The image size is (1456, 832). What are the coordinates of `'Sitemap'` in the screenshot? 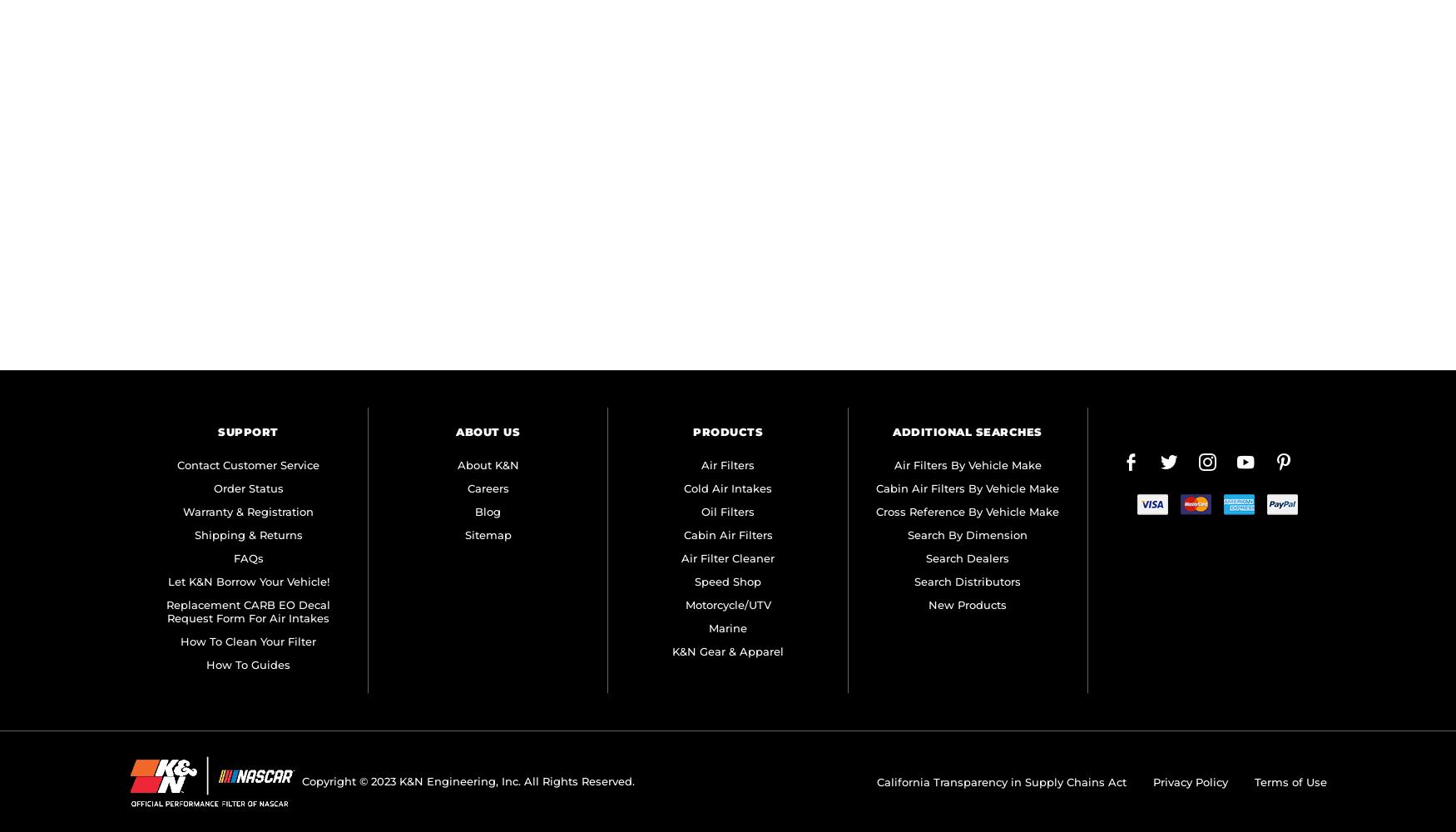 It's located at (488, 535).